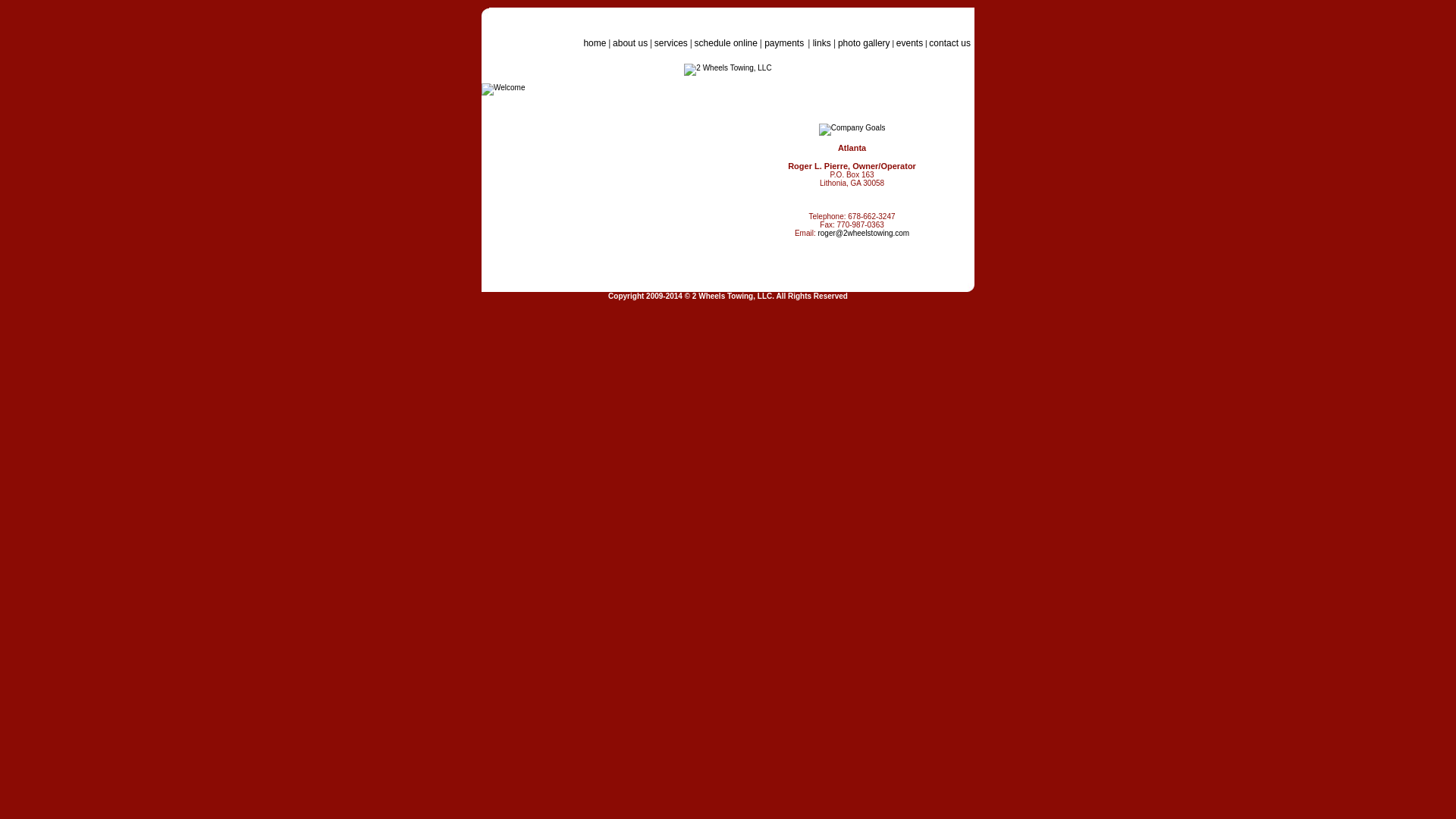 The height and width of the screenshot is (819, 1456). Describe the element at coordinates (909, 42) in the screenshot. I see `'events'` at that location.